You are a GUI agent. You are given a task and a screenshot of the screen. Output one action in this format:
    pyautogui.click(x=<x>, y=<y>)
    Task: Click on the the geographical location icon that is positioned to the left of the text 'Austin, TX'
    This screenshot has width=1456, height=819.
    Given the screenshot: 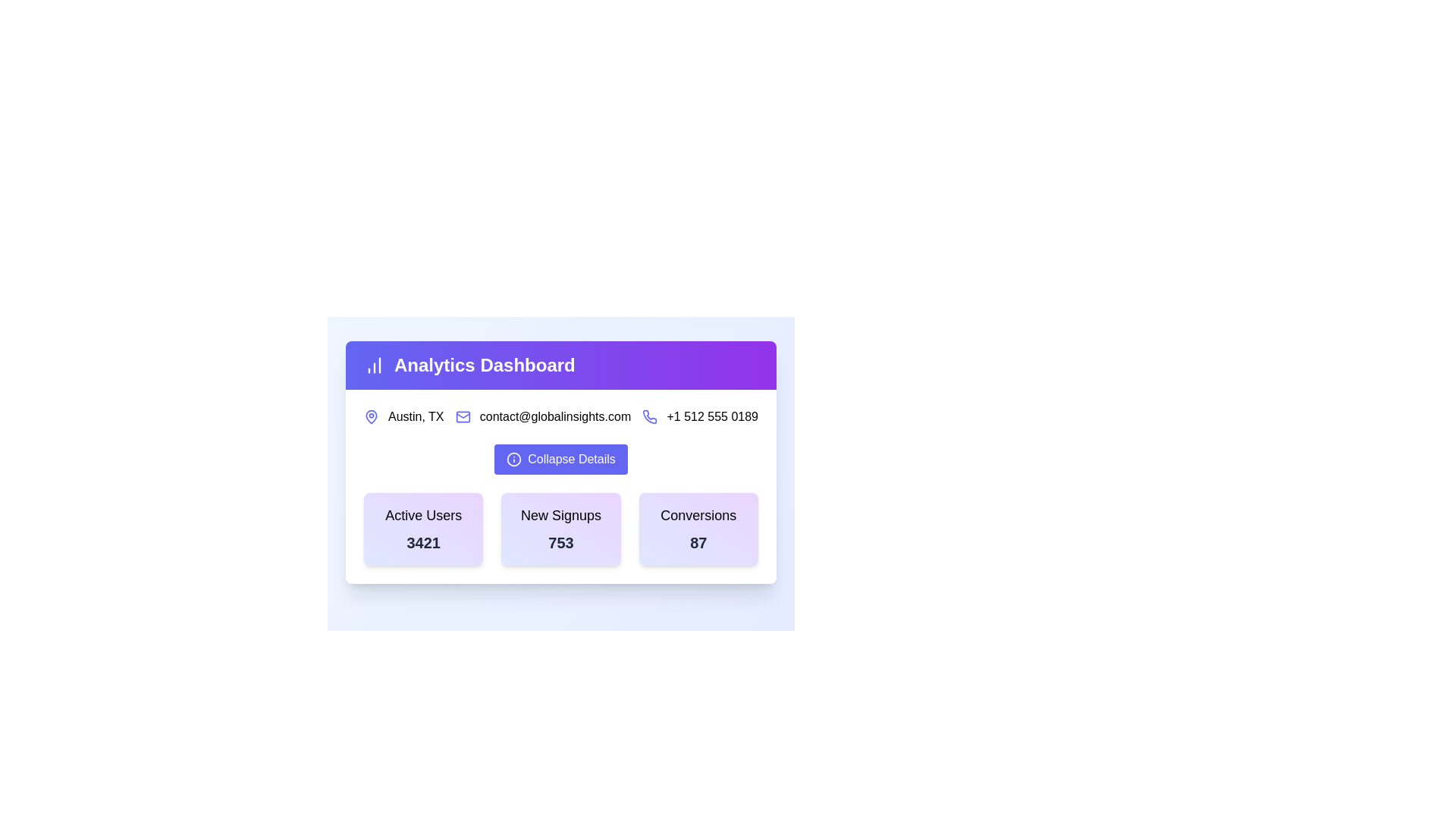 What is the action you would take?
    pyautogui.click(x=371, y=417)
    